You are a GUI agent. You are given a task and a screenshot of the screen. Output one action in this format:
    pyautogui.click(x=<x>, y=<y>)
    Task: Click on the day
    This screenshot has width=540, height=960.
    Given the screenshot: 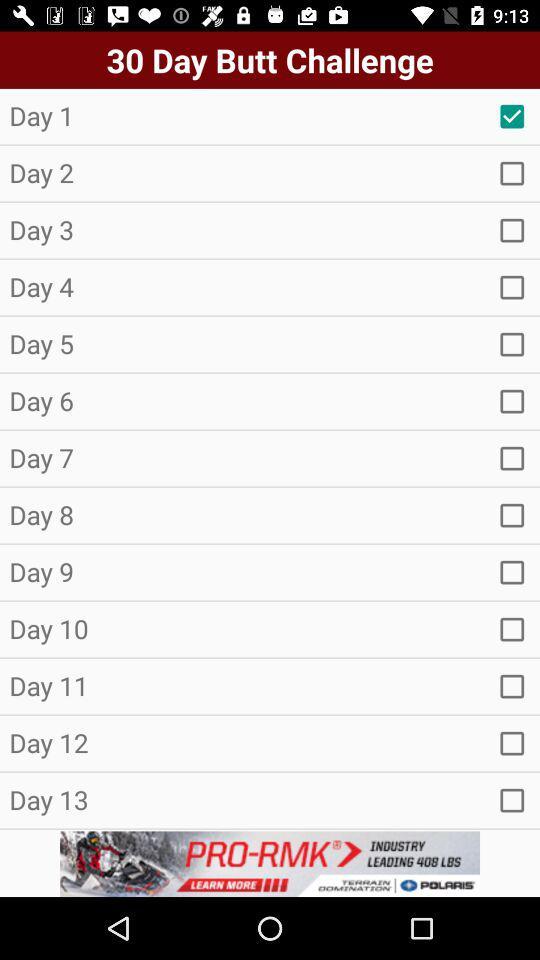 What is the action you would take?
    pyautogui.click(x=512, y=458)
    